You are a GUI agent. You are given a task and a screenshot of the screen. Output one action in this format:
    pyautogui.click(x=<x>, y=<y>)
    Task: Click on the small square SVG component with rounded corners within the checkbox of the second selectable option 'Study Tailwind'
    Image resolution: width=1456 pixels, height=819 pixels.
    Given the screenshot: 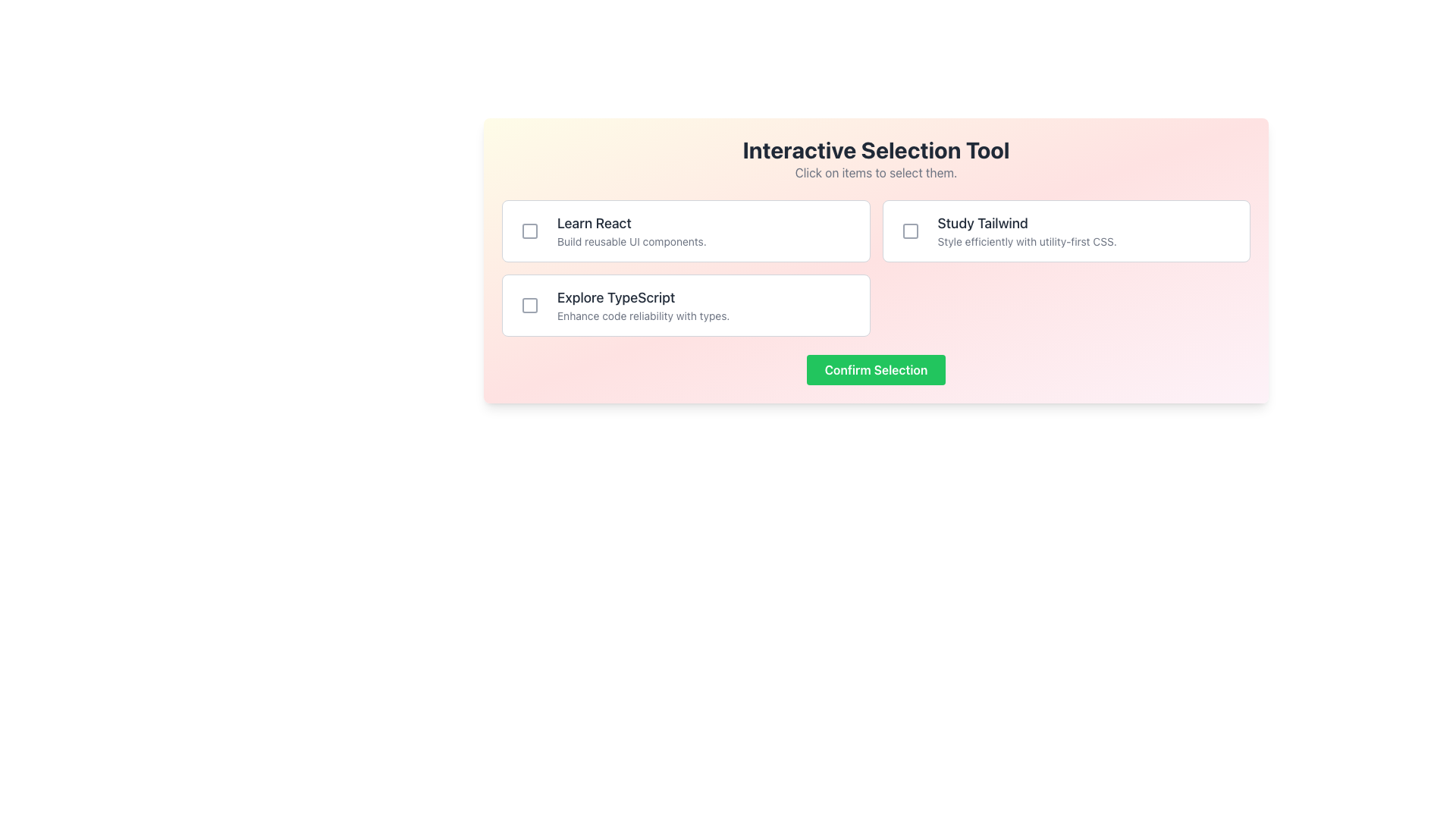 What is the action you would take?
    pyautogui.click(x=910, y=231)
    